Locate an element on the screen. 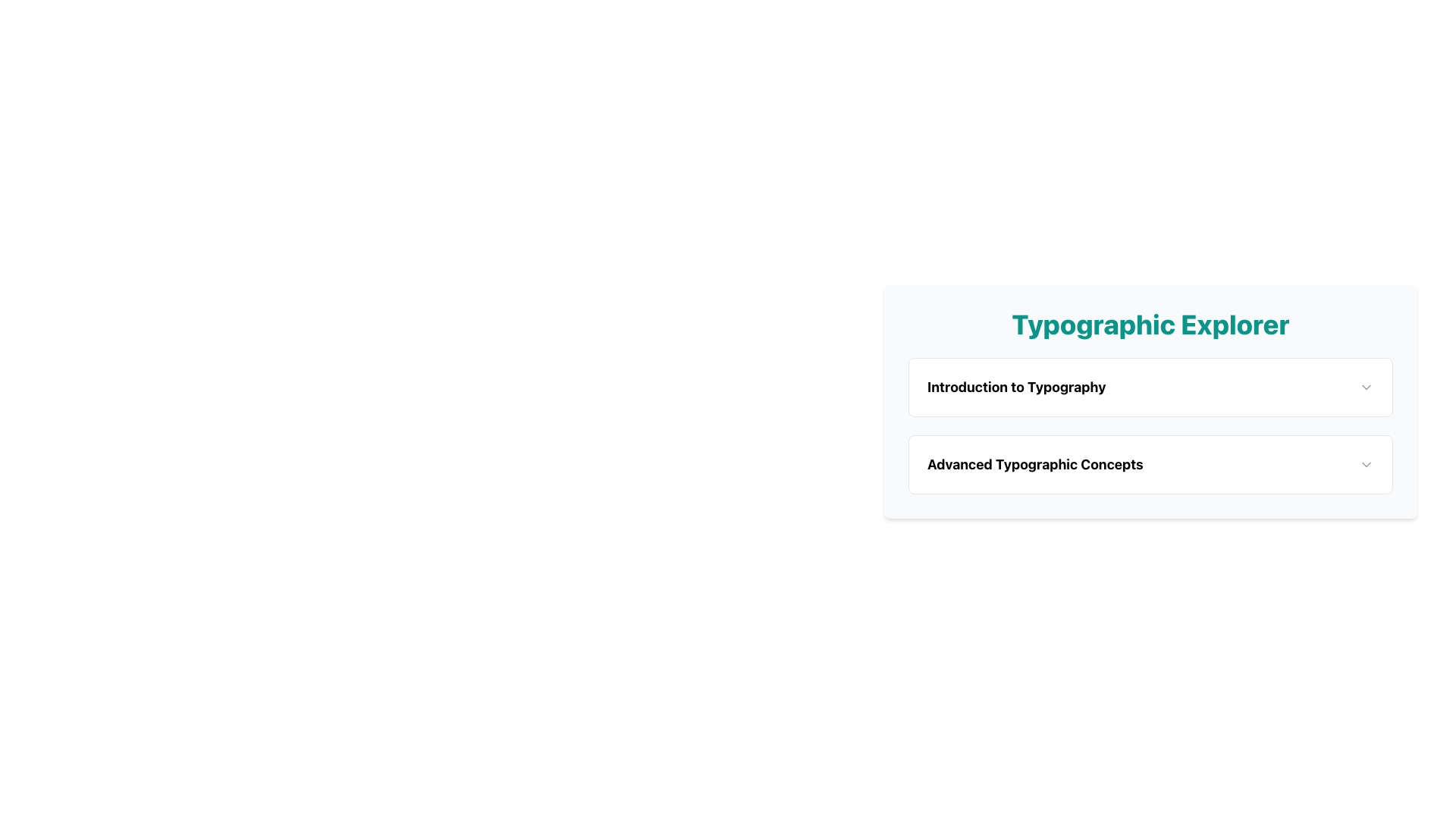 The width and height of the screenshot is (1456, 819). the dropdown menu section that expands is located at coordinates (1150, 466).